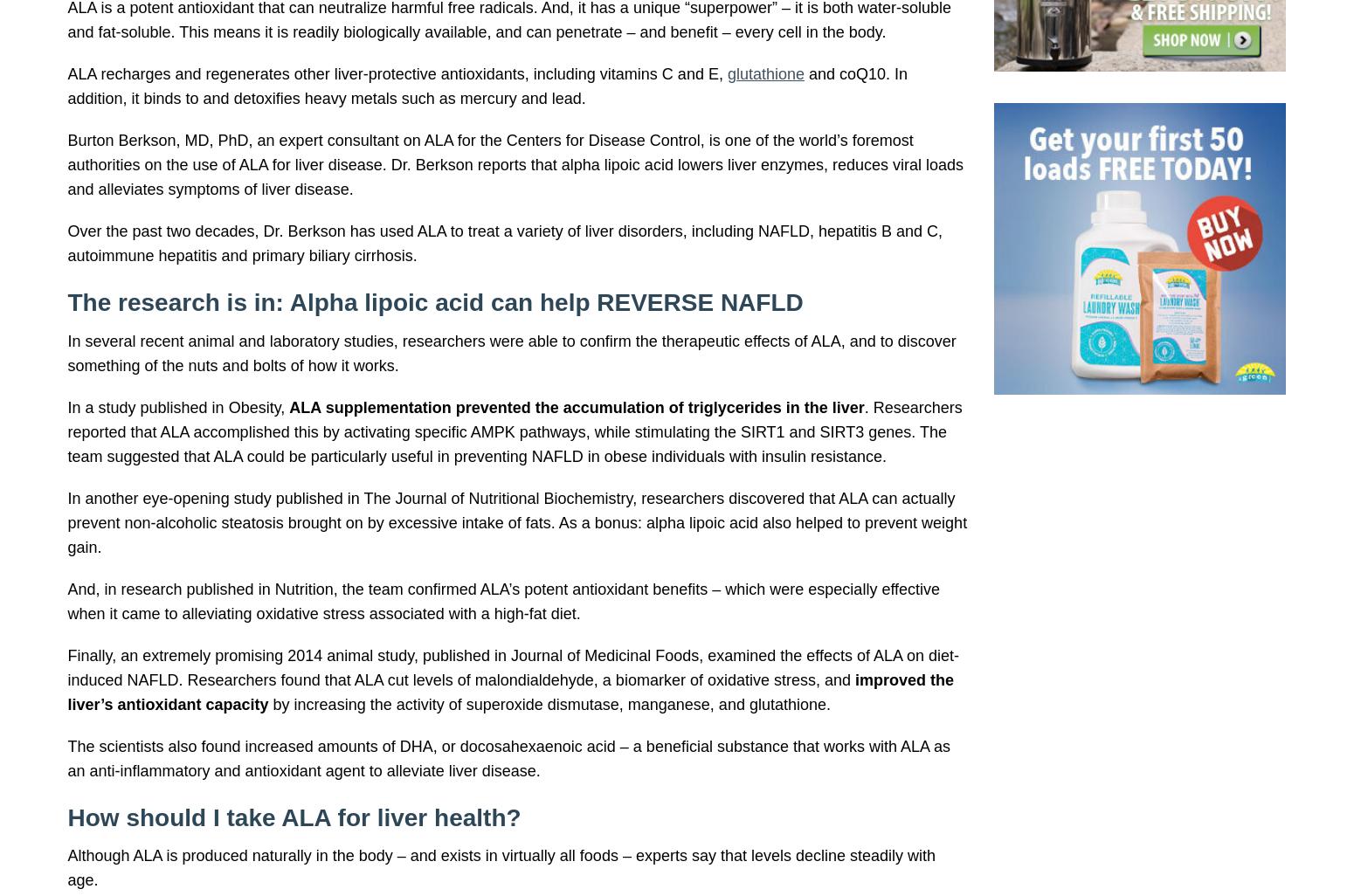 This screenshot has height=896, width=1354. Describe the element at coordinates (530, 327) in the screenshot. I see `'be taken ‘as listed,’ or does it need to be taken with a B complex, as Dr Berkson has stated elsewhere but not listed here.'` at that location.